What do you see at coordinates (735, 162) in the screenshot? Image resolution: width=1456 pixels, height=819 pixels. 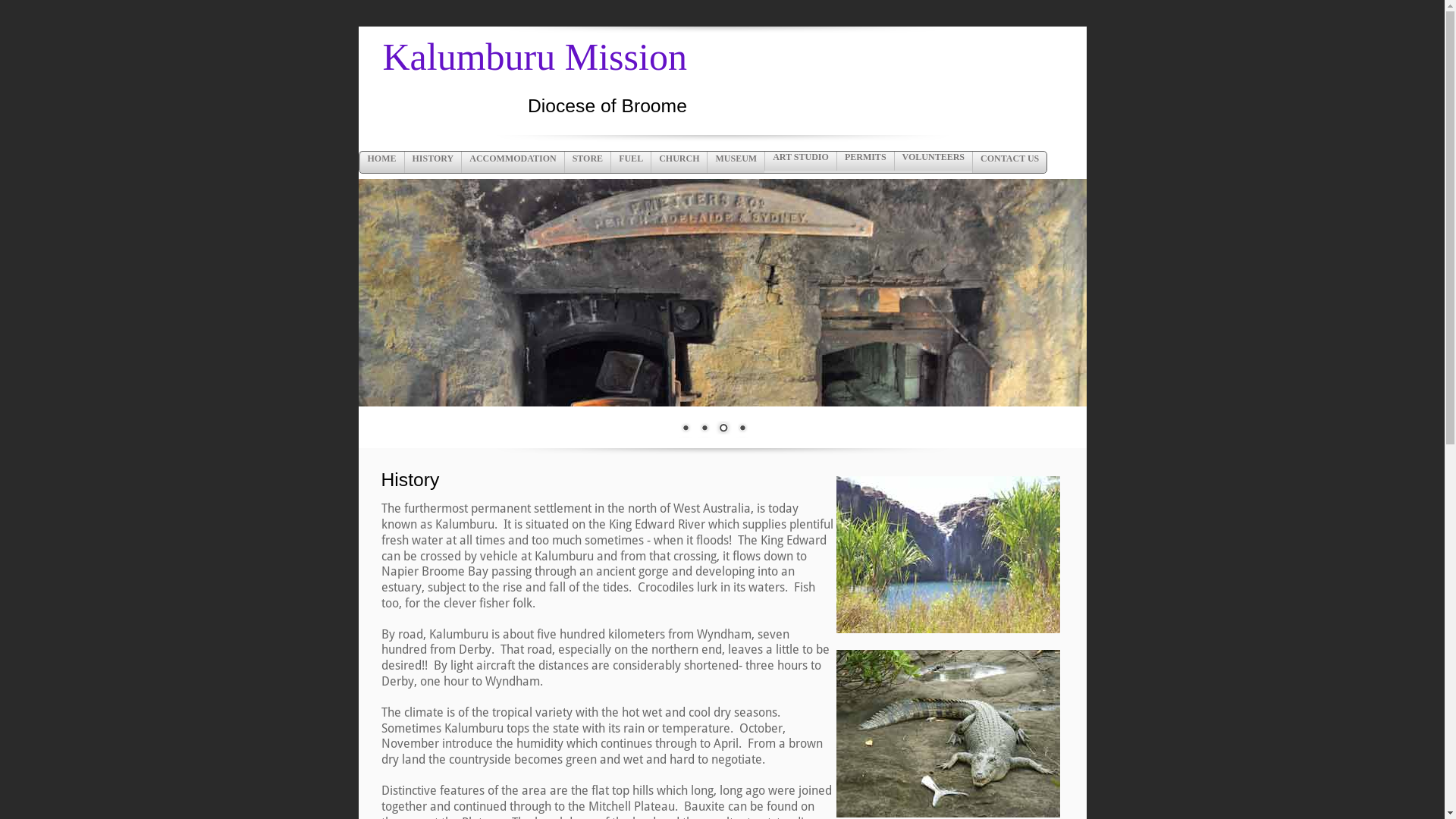 I see `'MUSEUM'` at bounding box center [735, 162].